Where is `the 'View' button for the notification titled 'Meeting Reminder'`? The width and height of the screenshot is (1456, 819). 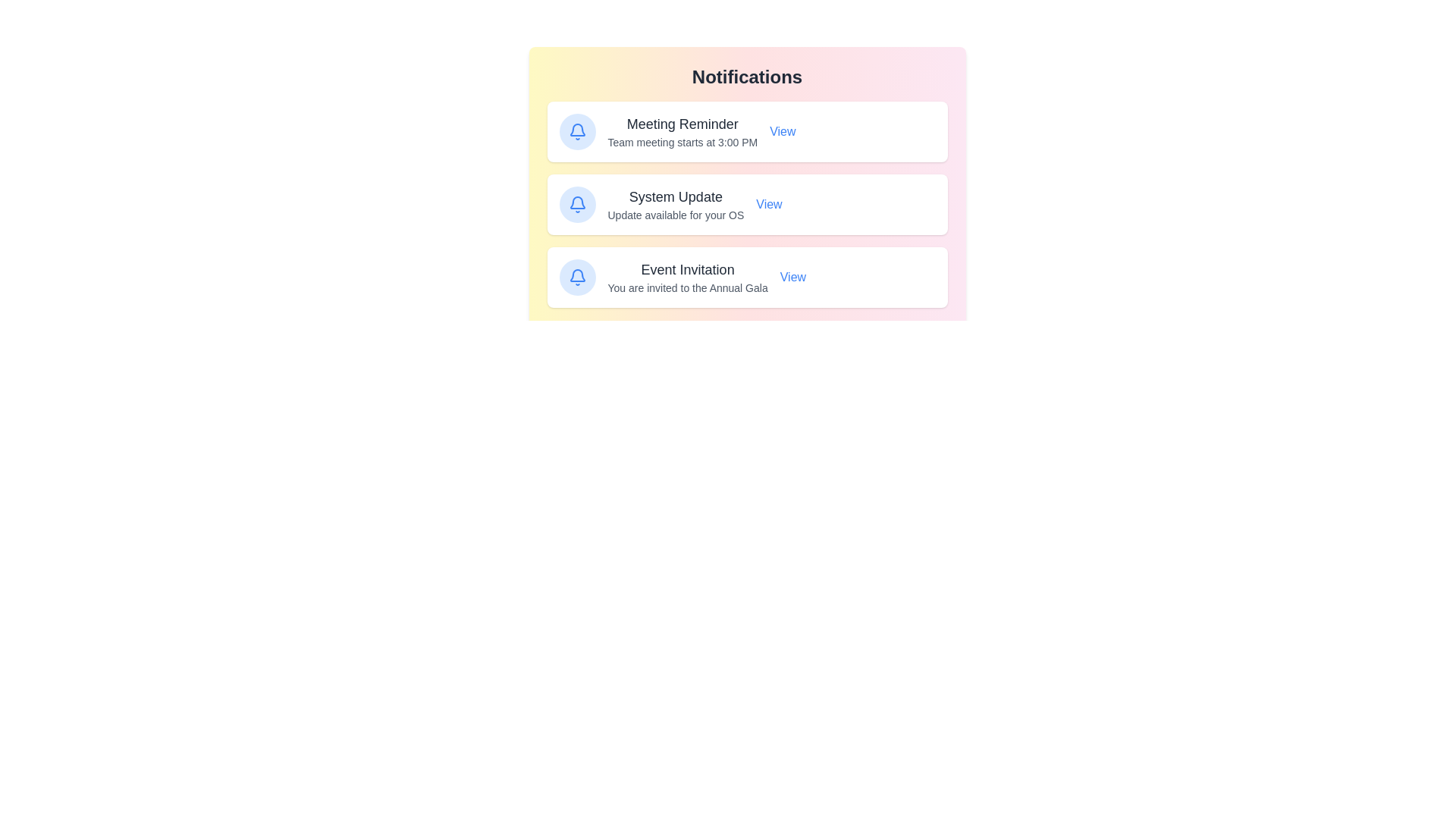
the 'View' button for the notification titled 'Meeting Reminder' is located at coordinates (783, 130).